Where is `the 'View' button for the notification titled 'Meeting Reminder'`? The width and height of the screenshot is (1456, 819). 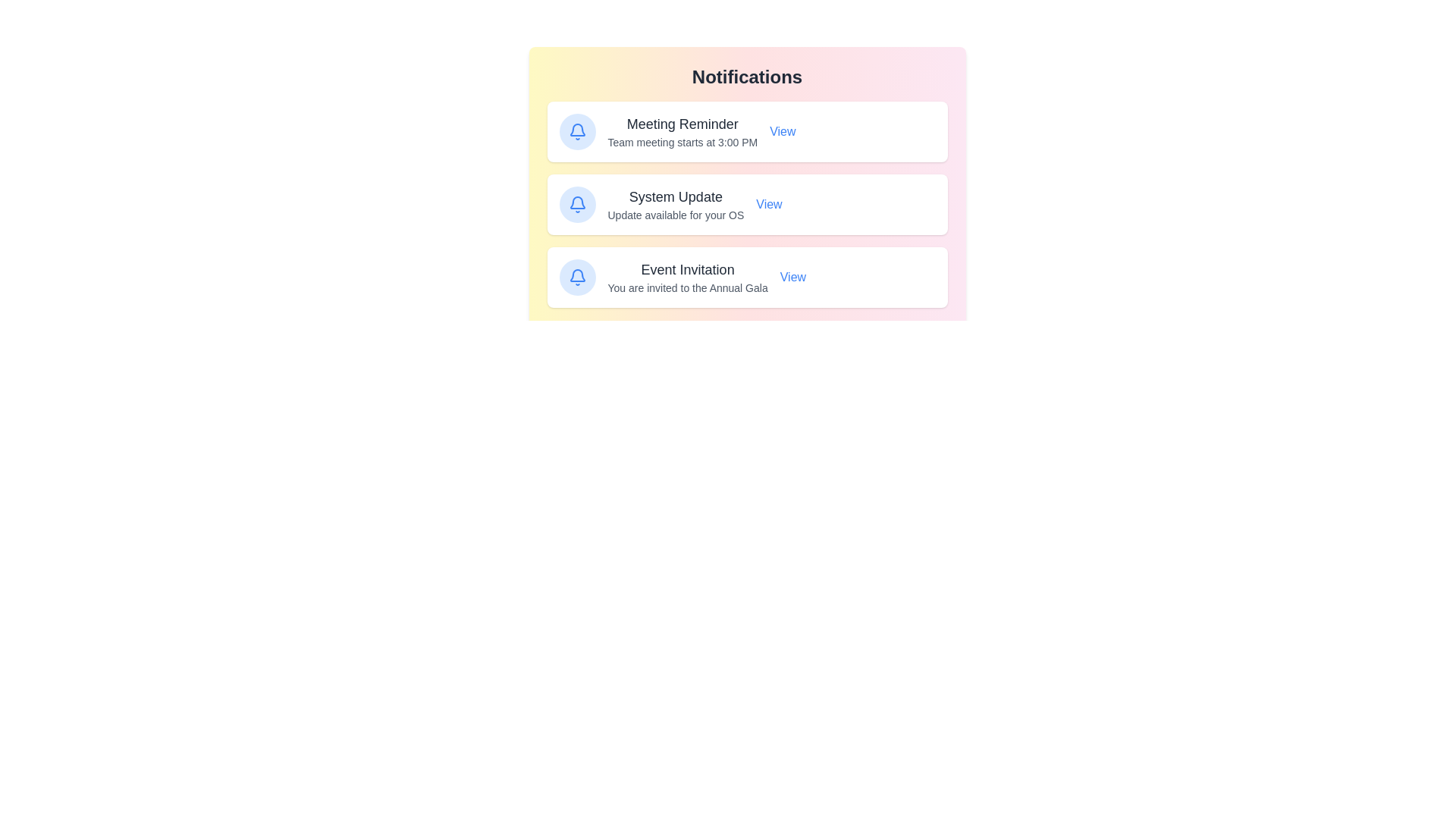
the 'View' button for the notification titled 'Meeting Reminder' is located at coordinates (783, 130).